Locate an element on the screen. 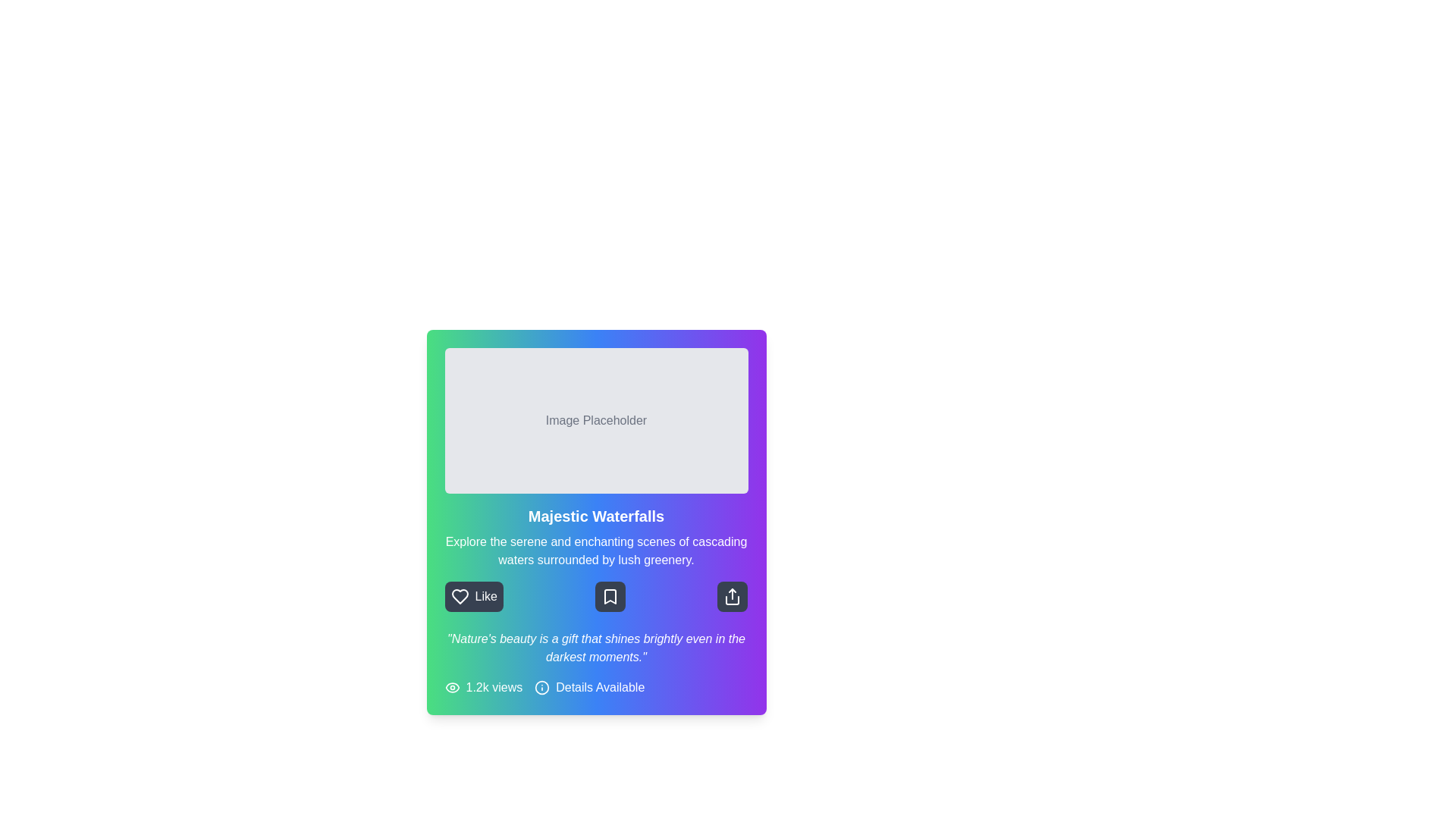 This screenshot has height=819, width=1456. the rectangular button with a dark background and a white bookmark icon, which is the second button in a horizontal row of three buttons located at the lower part of a card is located at coordinates (595, 595).